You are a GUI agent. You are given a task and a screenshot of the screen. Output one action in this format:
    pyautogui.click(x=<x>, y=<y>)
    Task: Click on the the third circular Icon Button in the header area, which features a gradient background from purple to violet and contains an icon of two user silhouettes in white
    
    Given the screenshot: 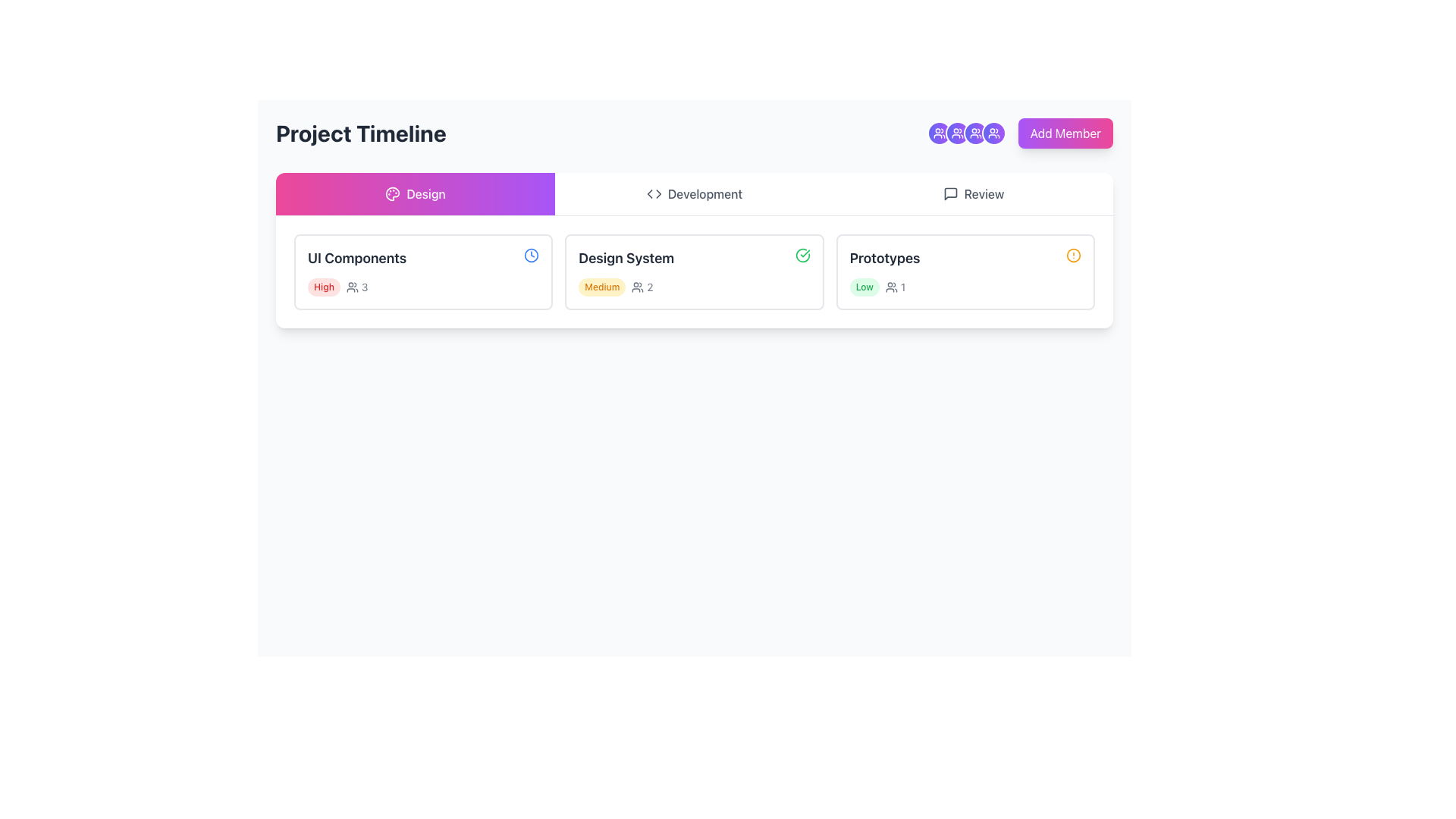 What is the action you would take?
    pyautogui.click(x=956, y=133)
    